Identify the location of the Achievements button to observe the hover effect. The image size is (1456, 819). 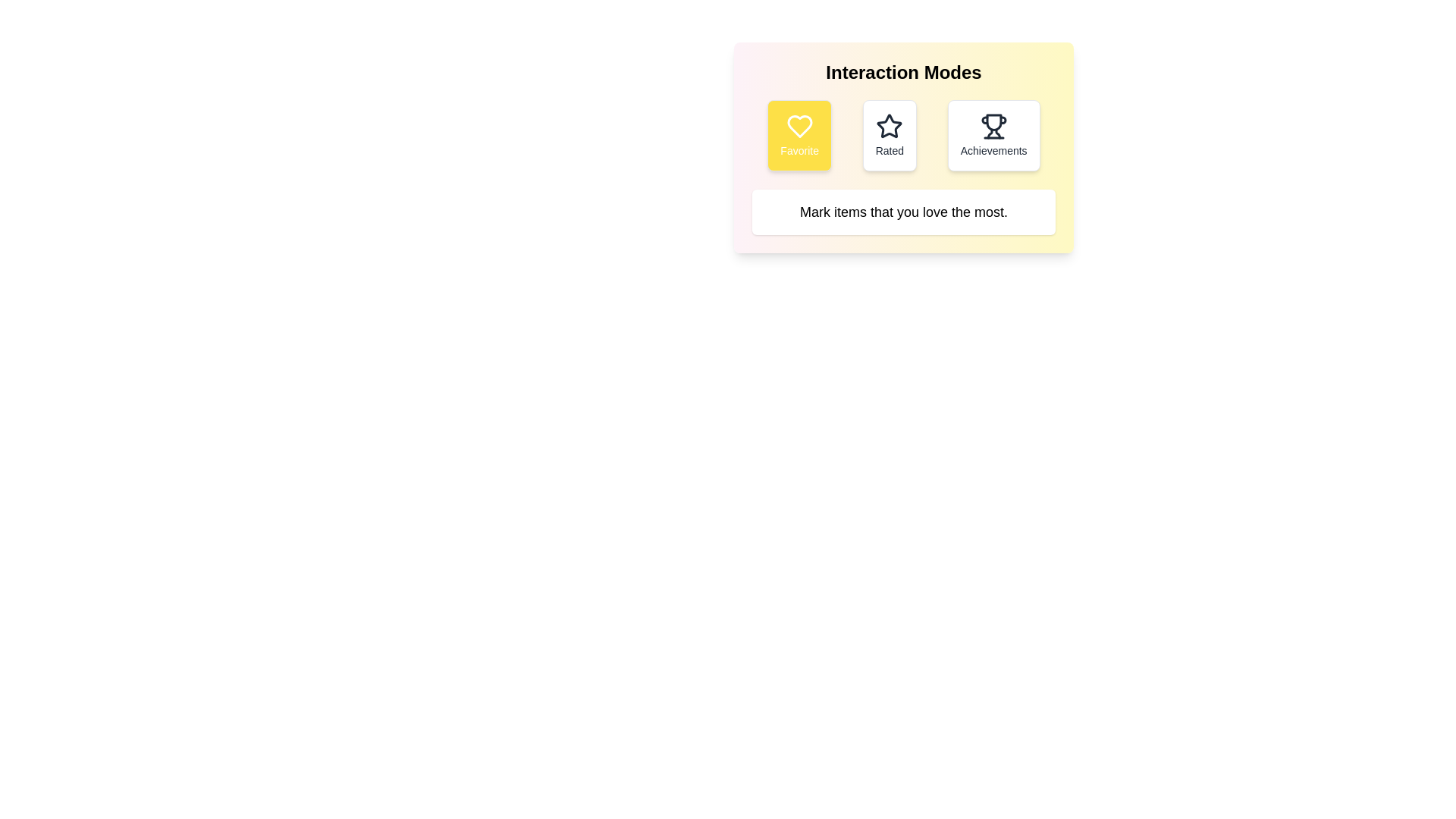
(993, 134).